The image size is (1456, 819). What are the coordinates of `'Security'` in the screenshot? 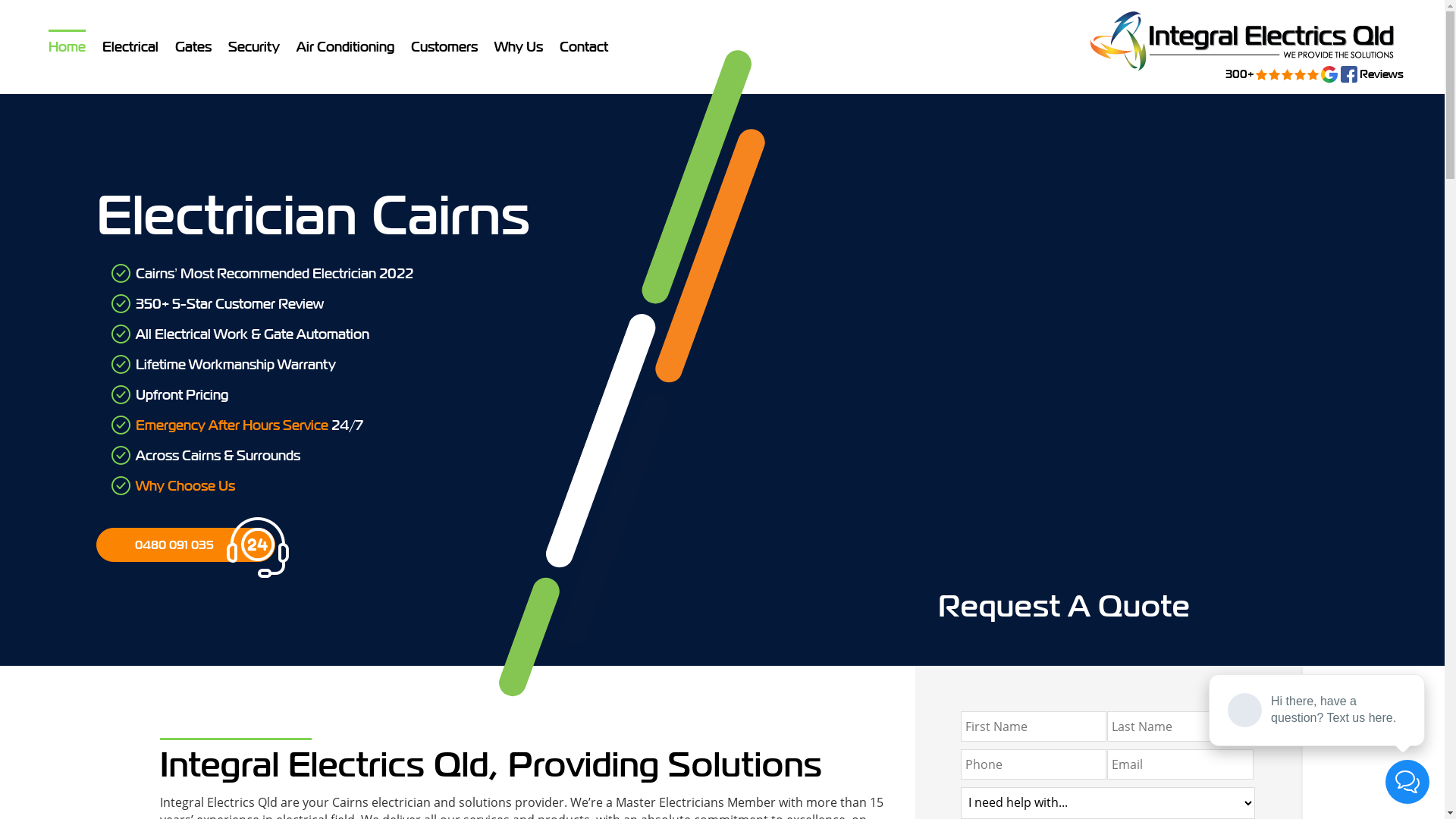 It's located at (254, 45).